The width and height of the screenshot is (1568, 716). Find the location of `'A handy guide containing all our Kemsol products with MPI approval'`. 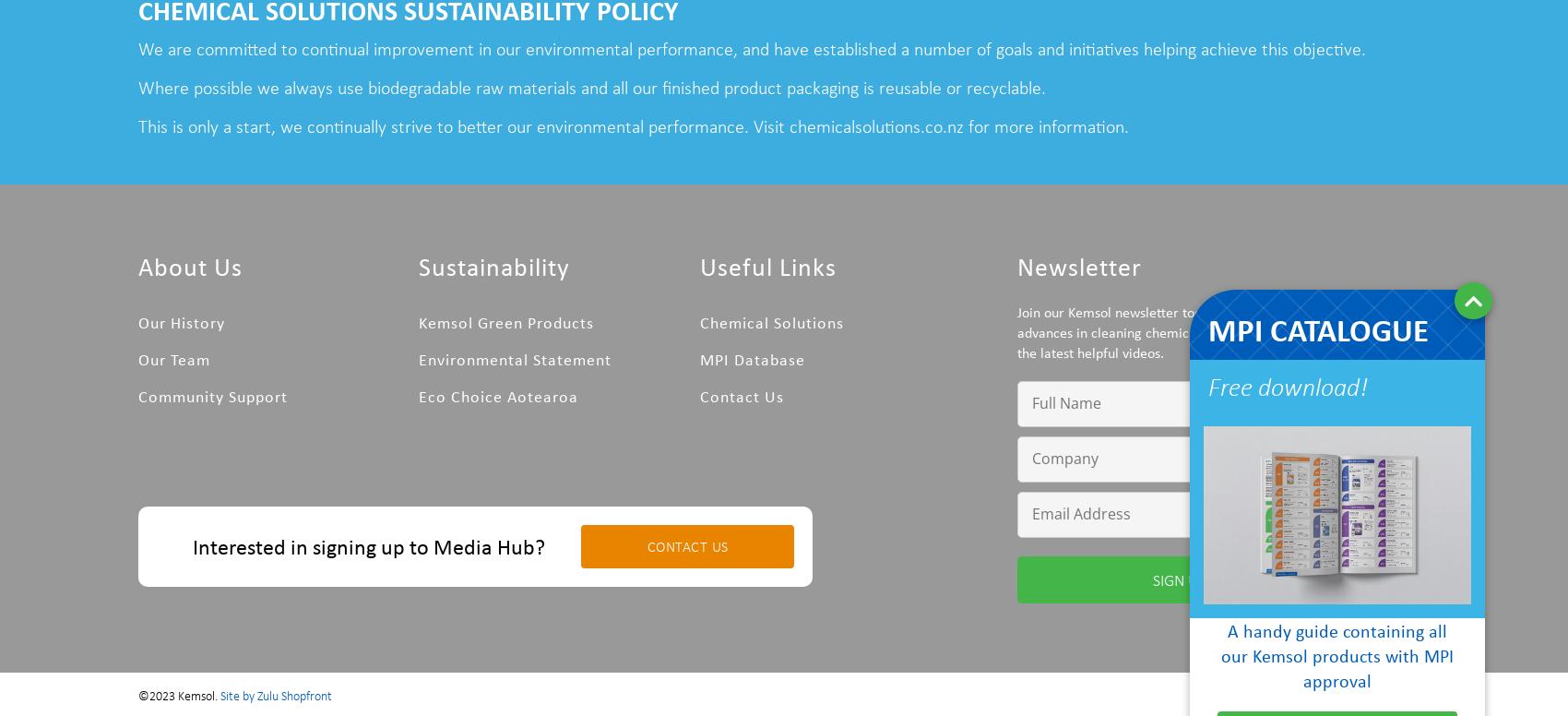

'A handy guide containing all our Kemsol products with MPI approval' is located at coordinates (1336, 655).